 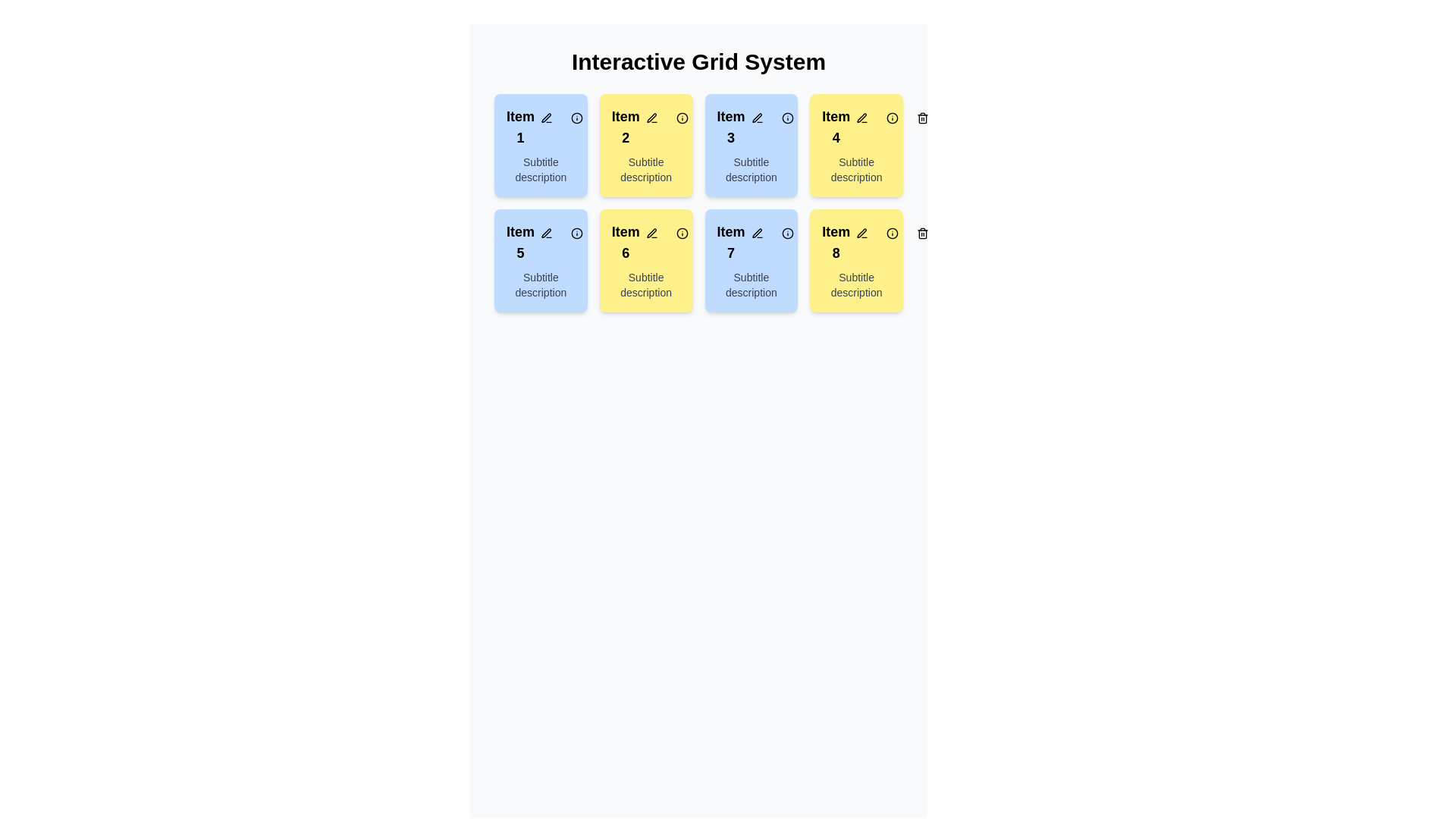 I want to click on the static text label that serves as the title for the first item in the grid layout, located at the top-left corner of the interactive grid system, so click(x=520, y=127).